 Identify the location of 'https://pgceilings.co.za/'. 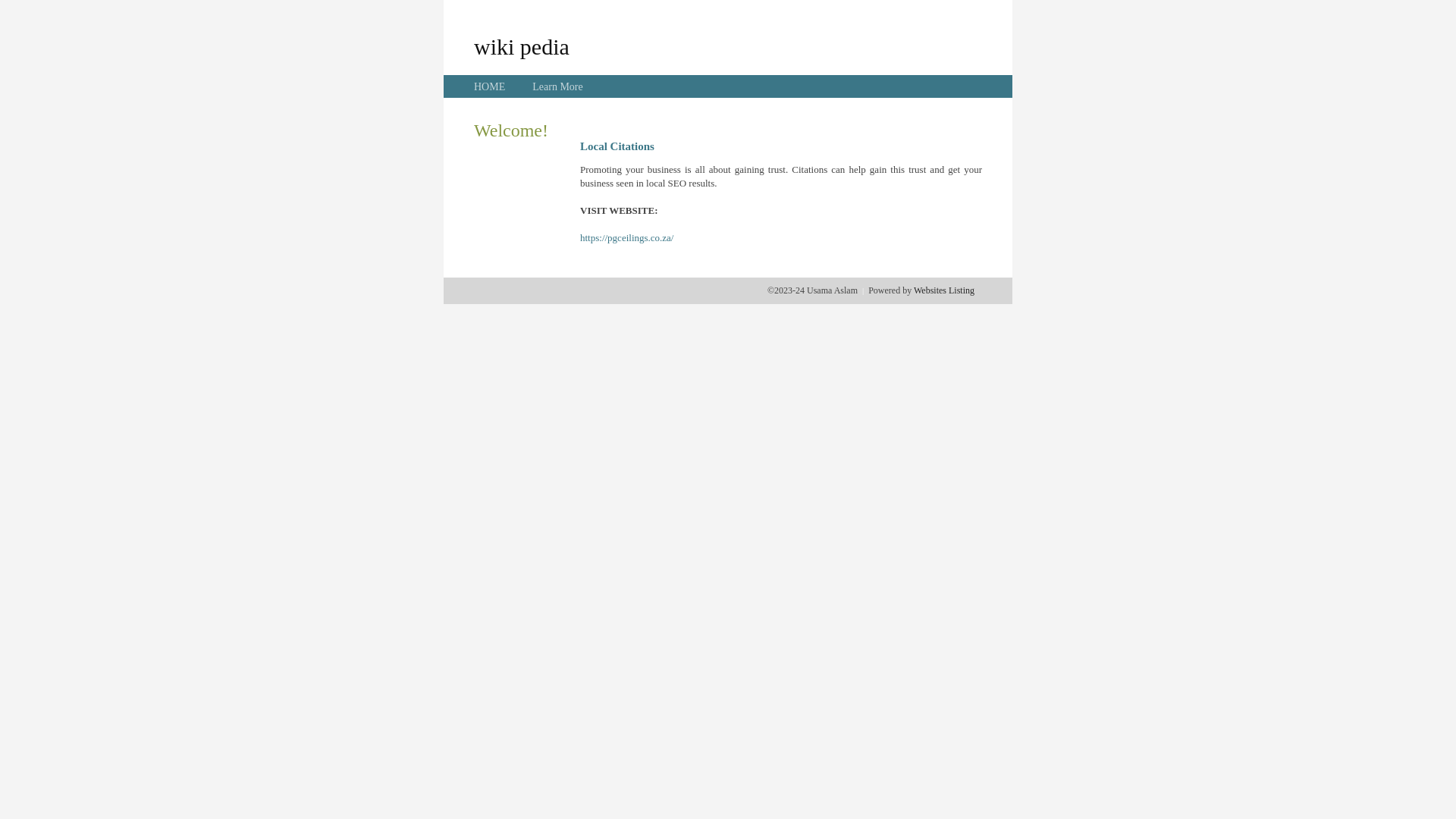
(626, 237).